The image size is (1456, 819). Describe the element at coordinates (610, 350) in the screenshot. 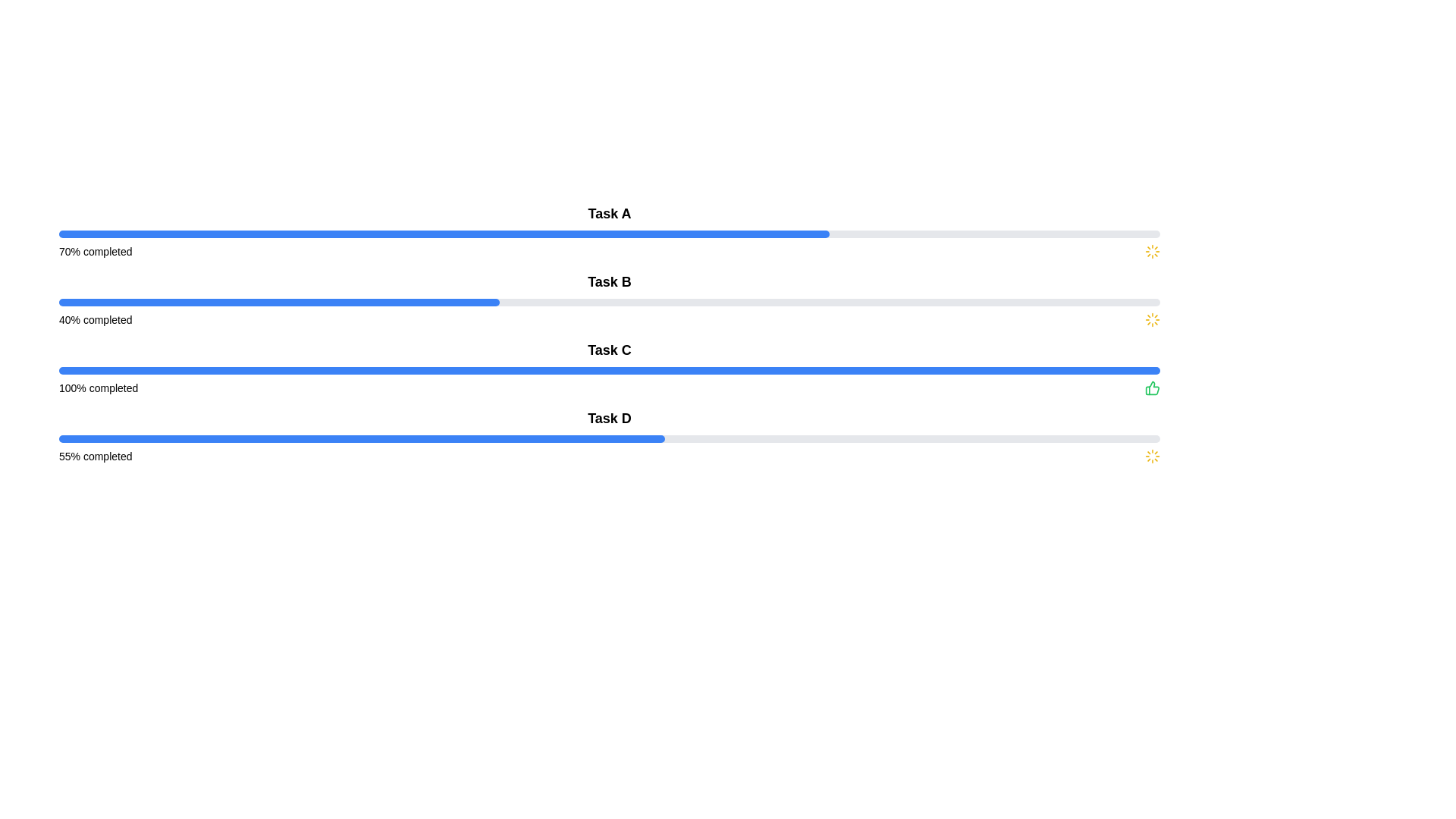

I see `the bold, large-font text label displaying 'Task C', which is positioned above the progress bar and completion information` at that location.